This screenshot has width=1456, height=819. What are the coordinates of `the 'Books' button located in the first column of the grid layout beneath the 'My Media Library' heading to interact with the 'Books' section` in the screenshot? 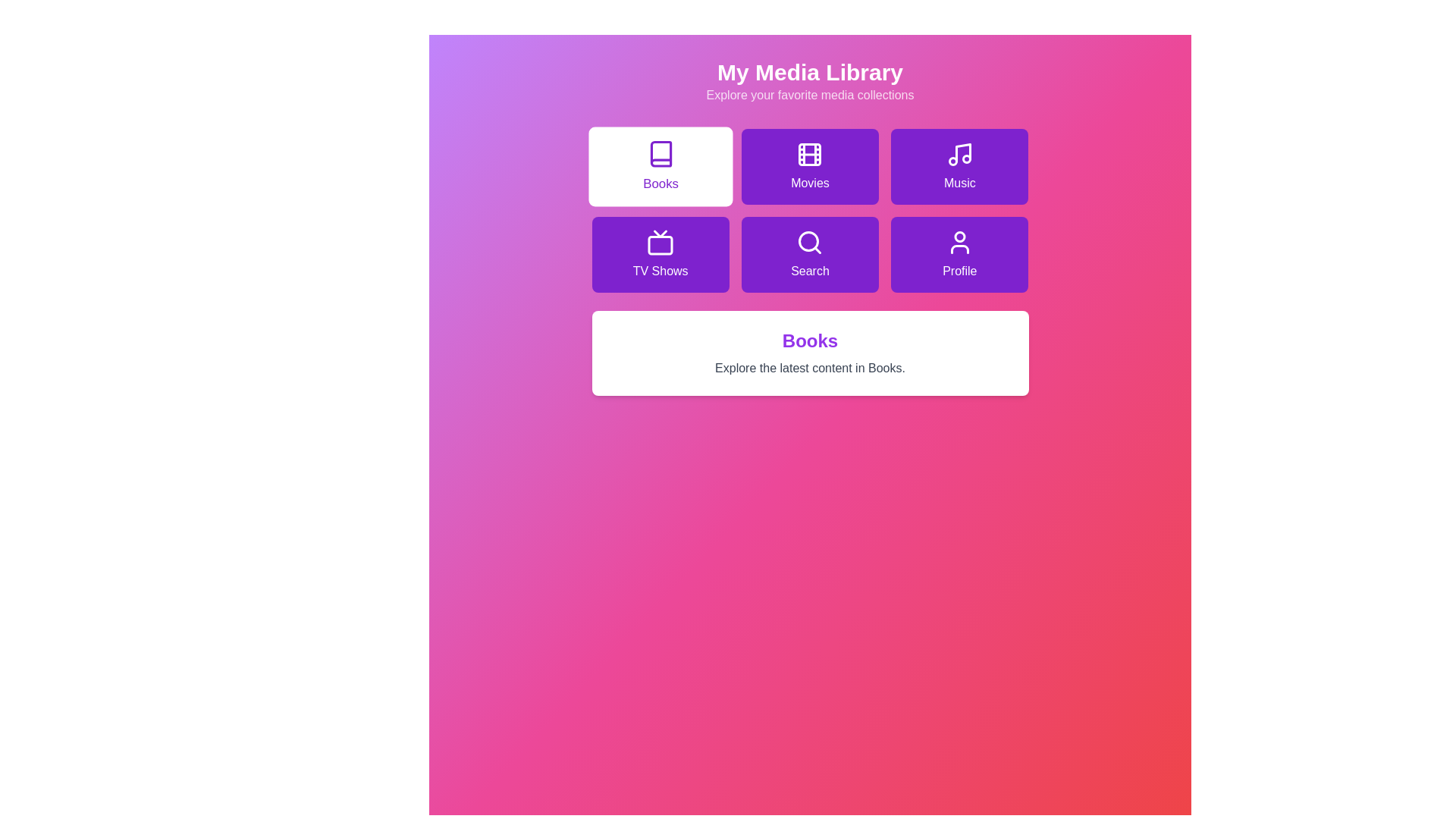 It's located at (660, 184).